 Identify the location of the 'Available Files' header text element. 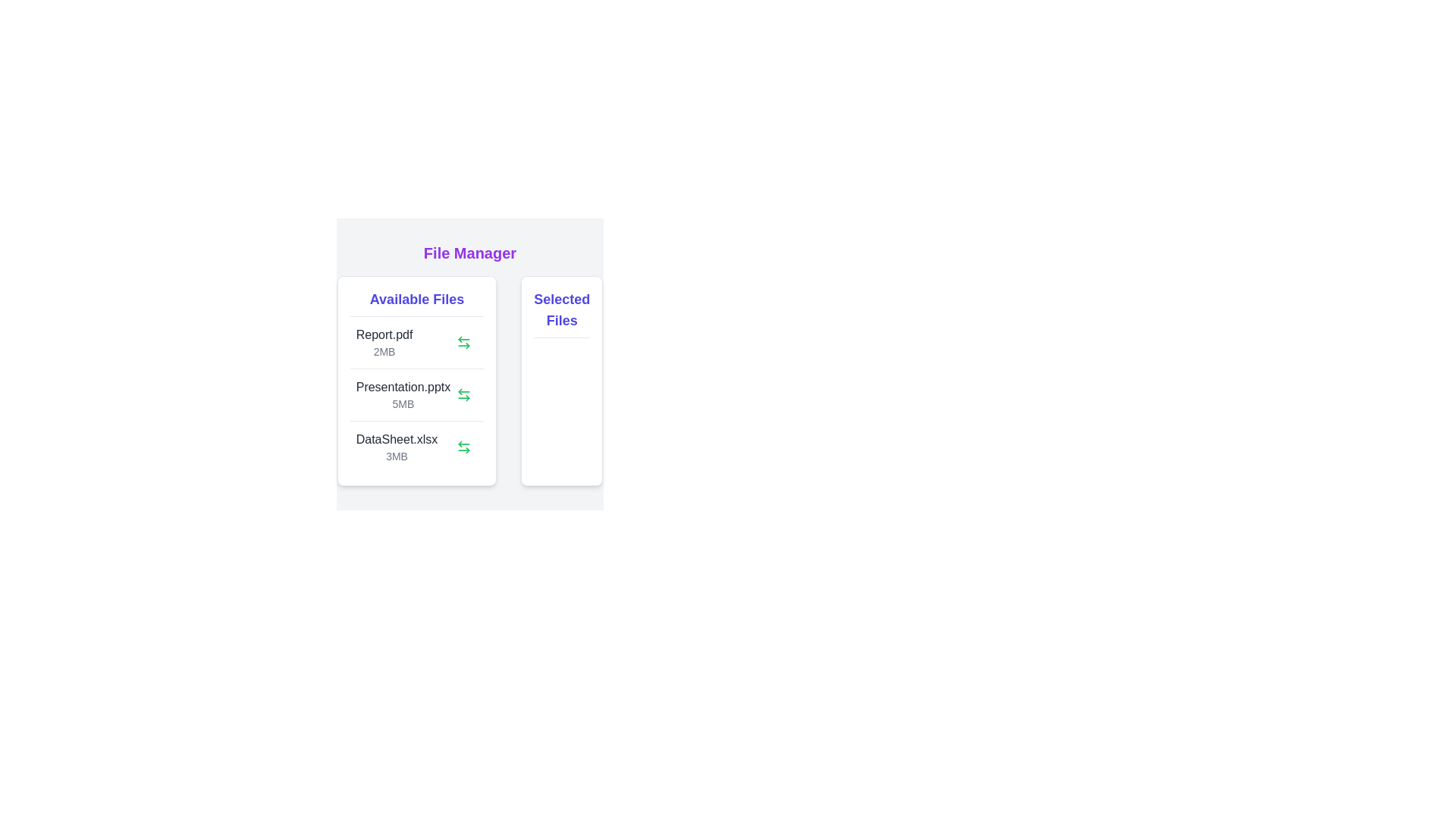
(416, 303).